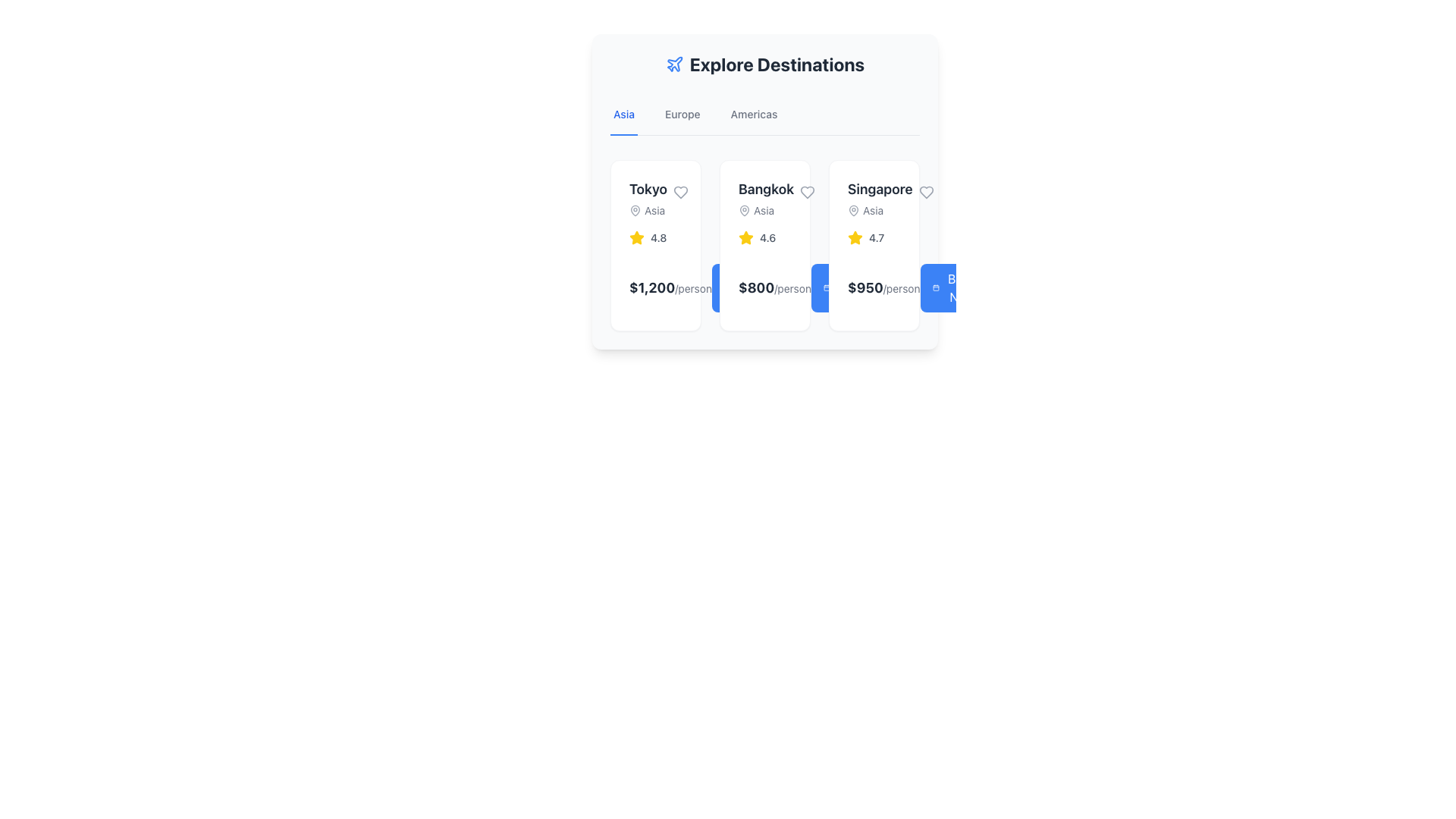 The height and width of the screenshot is (819, 1456). I want to click on the heart icon in the top right corner of the 'Tokyo' destination card, which serves as a 'like' or 'favorite' button, so click(679, 192).